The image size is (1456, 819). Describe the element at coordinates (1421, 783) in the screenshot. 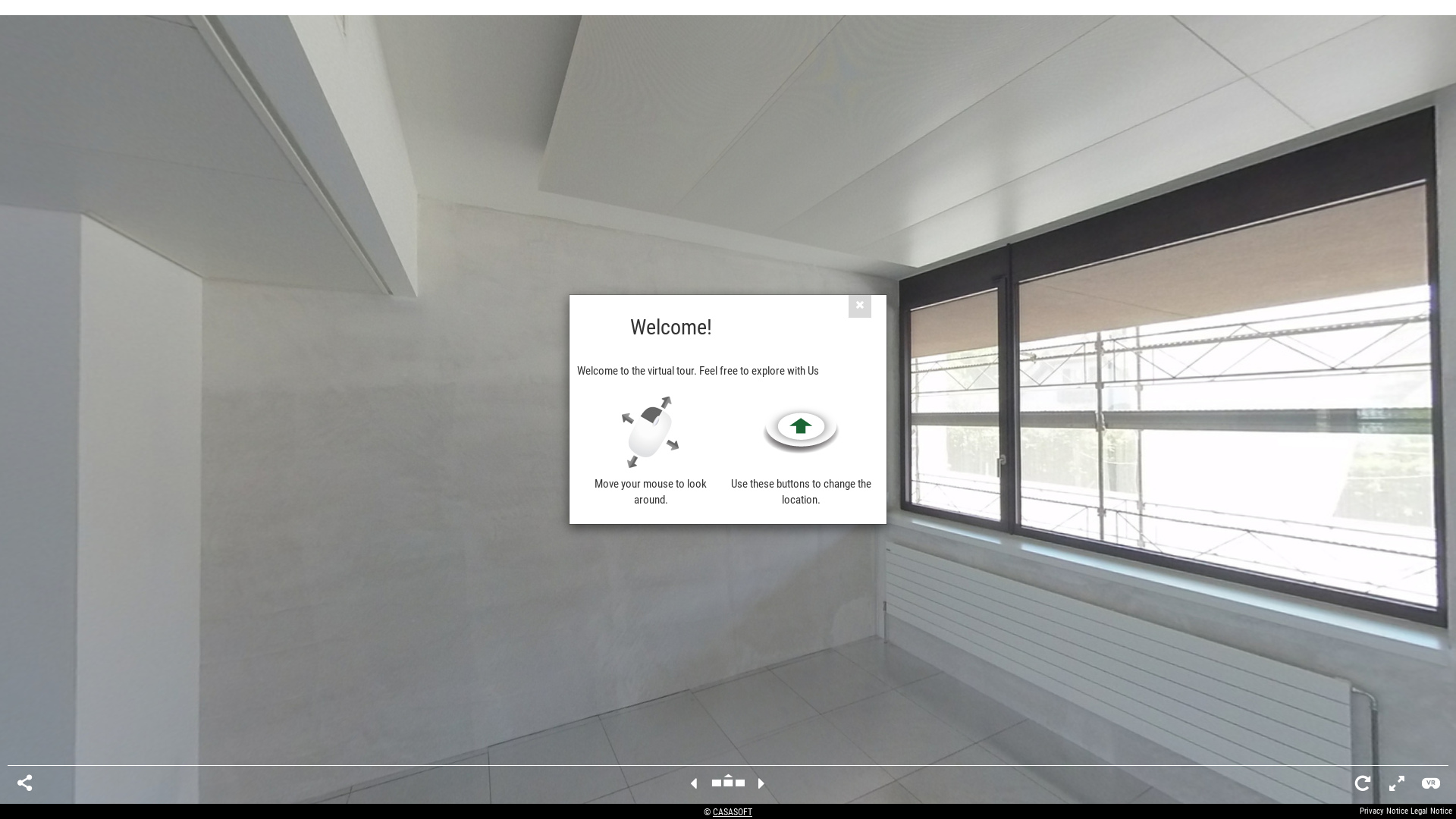

I see `'Virtual Reality Mode'` at that location.